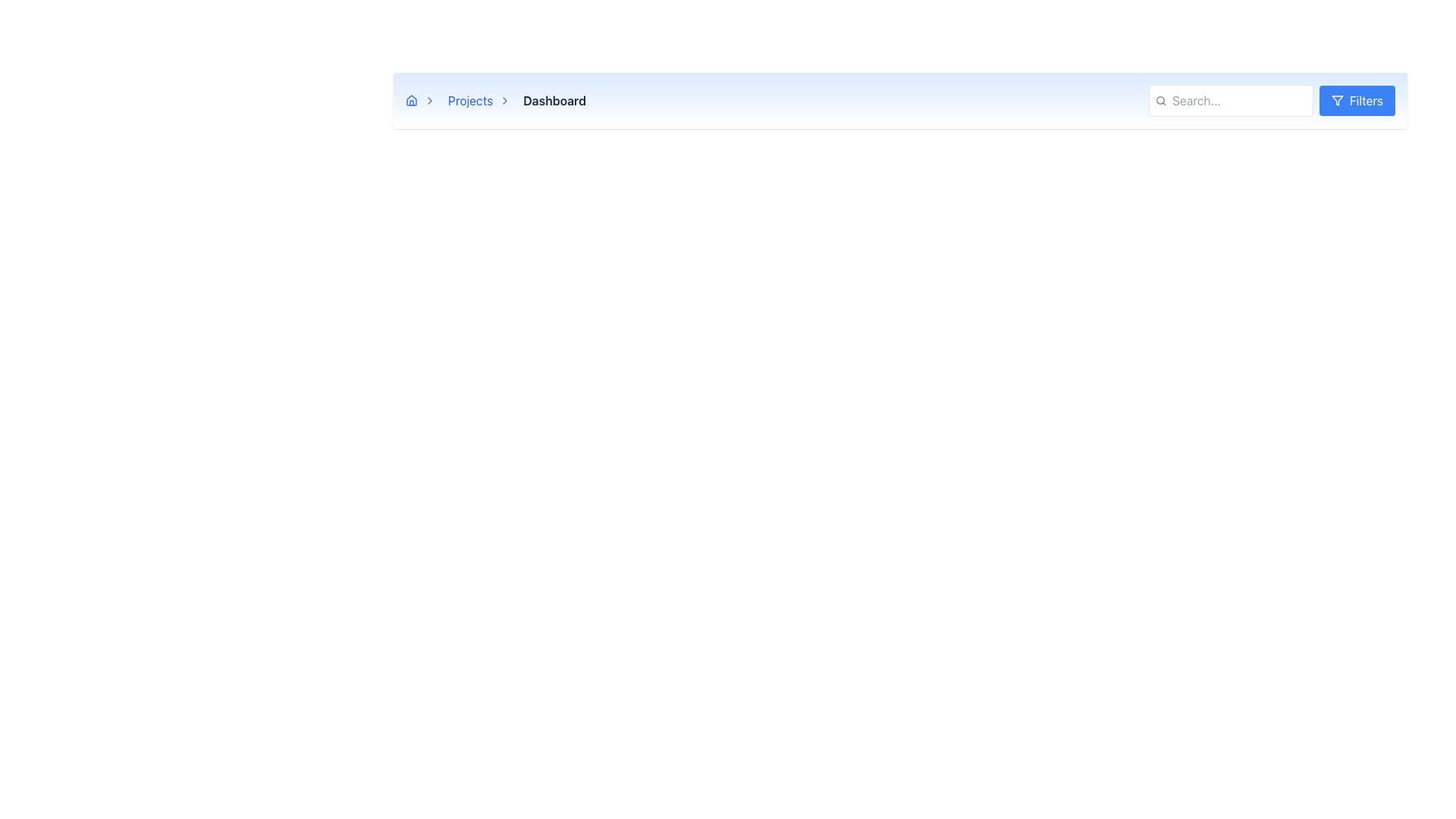  What do you see at coordinates (505, 100) in the screenshot?
I see `the chevron icon in the breadcrumb navigation that visually separates 'Projects' and 'Dashboard'` at bounding box center [505, 100].